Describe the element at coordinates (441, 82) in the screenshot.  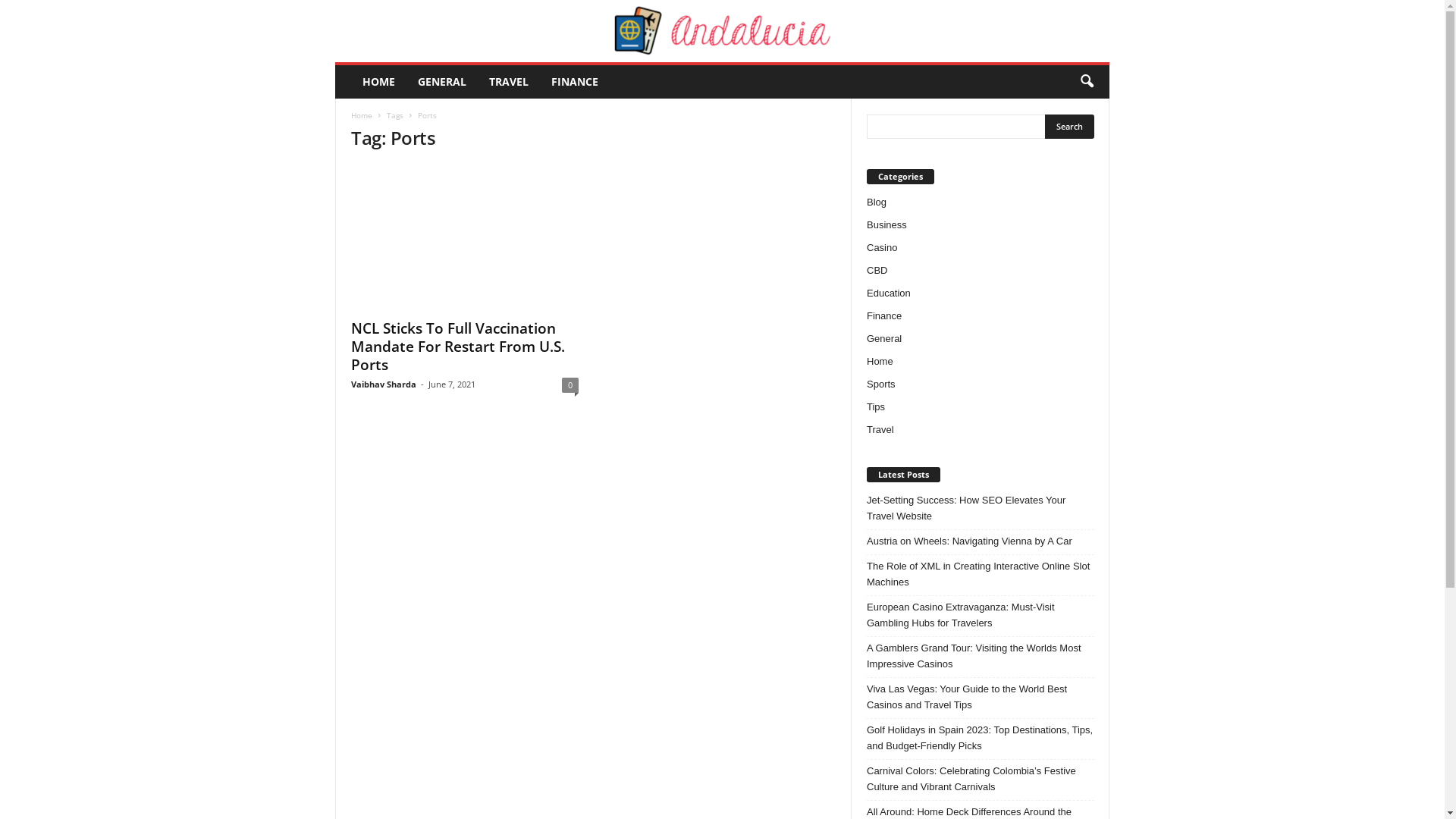
I see `'GENERAL'` at that location.